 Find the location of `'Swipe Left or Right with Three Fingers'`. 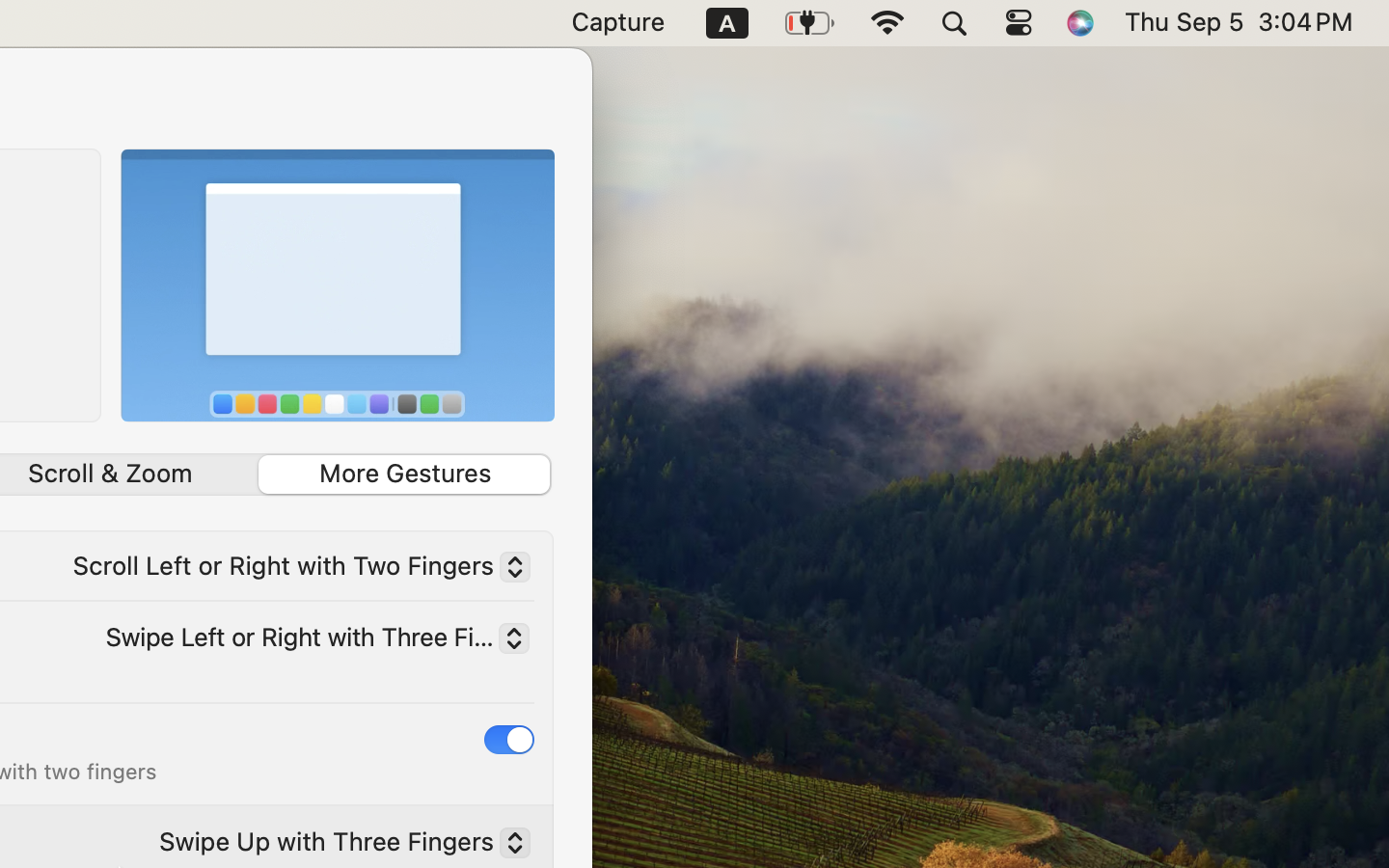

'Swipe Left or Right with Three Fingers' is located at coordinates (310, 641).